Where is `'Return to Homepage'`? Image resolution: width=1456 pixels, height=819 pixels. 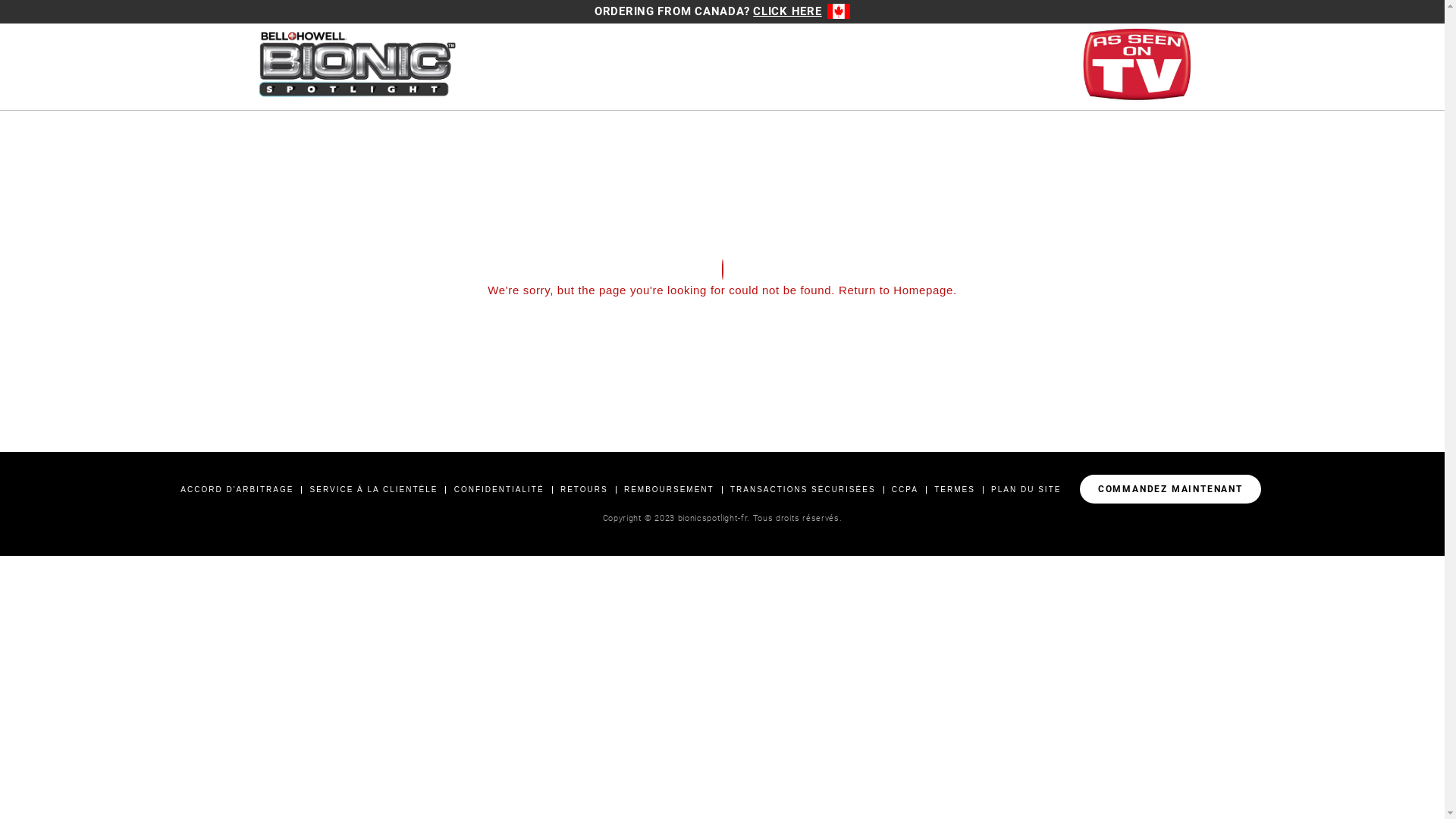 'Return to Homepage' is located at coordinates (896, 290).